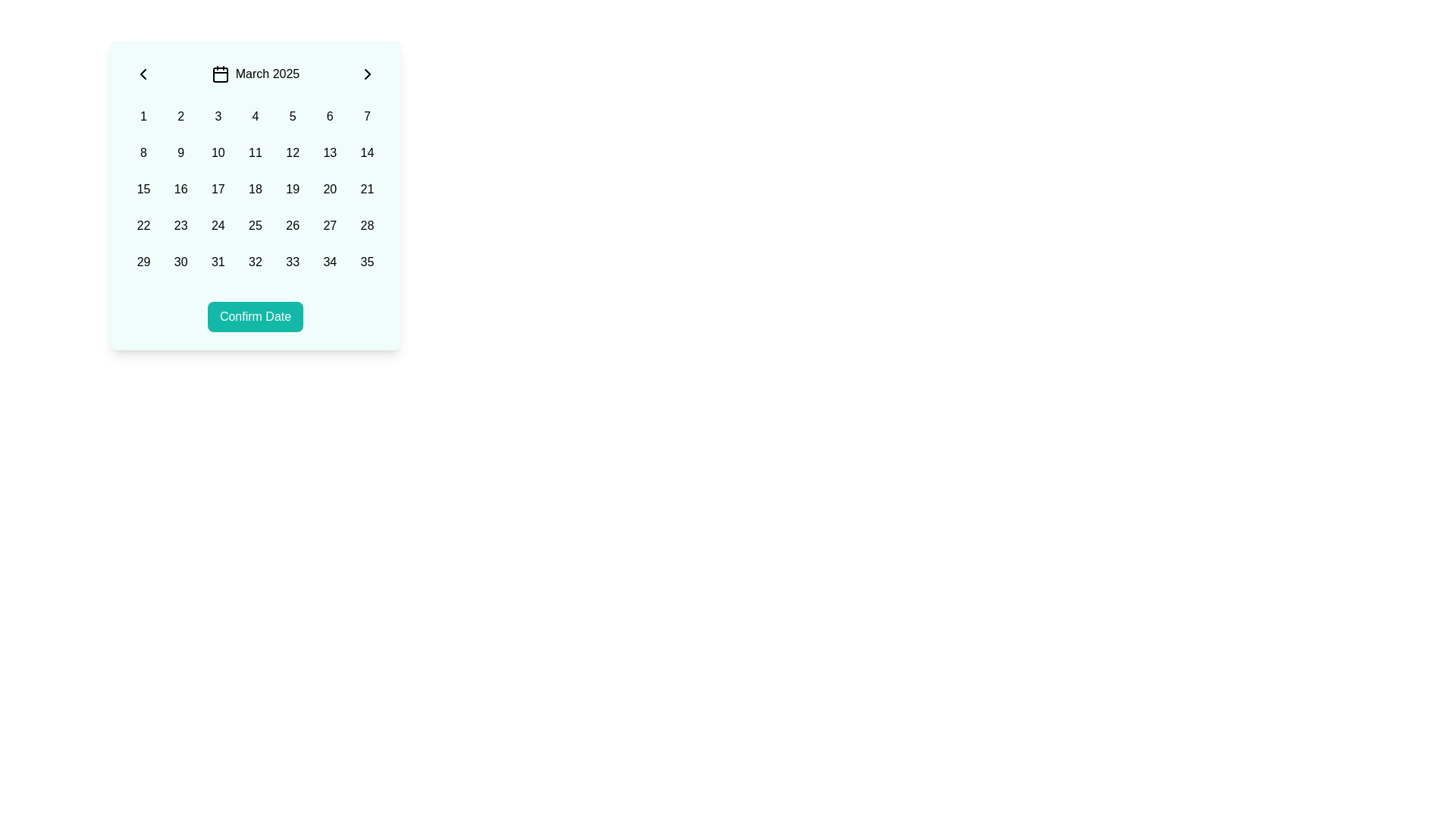 This screenshot has height=819, width=1456. Describe the element at coordinates (329, 116) in the screenshot. I see `the sixth button in the first row of the calendar grid` at that location.